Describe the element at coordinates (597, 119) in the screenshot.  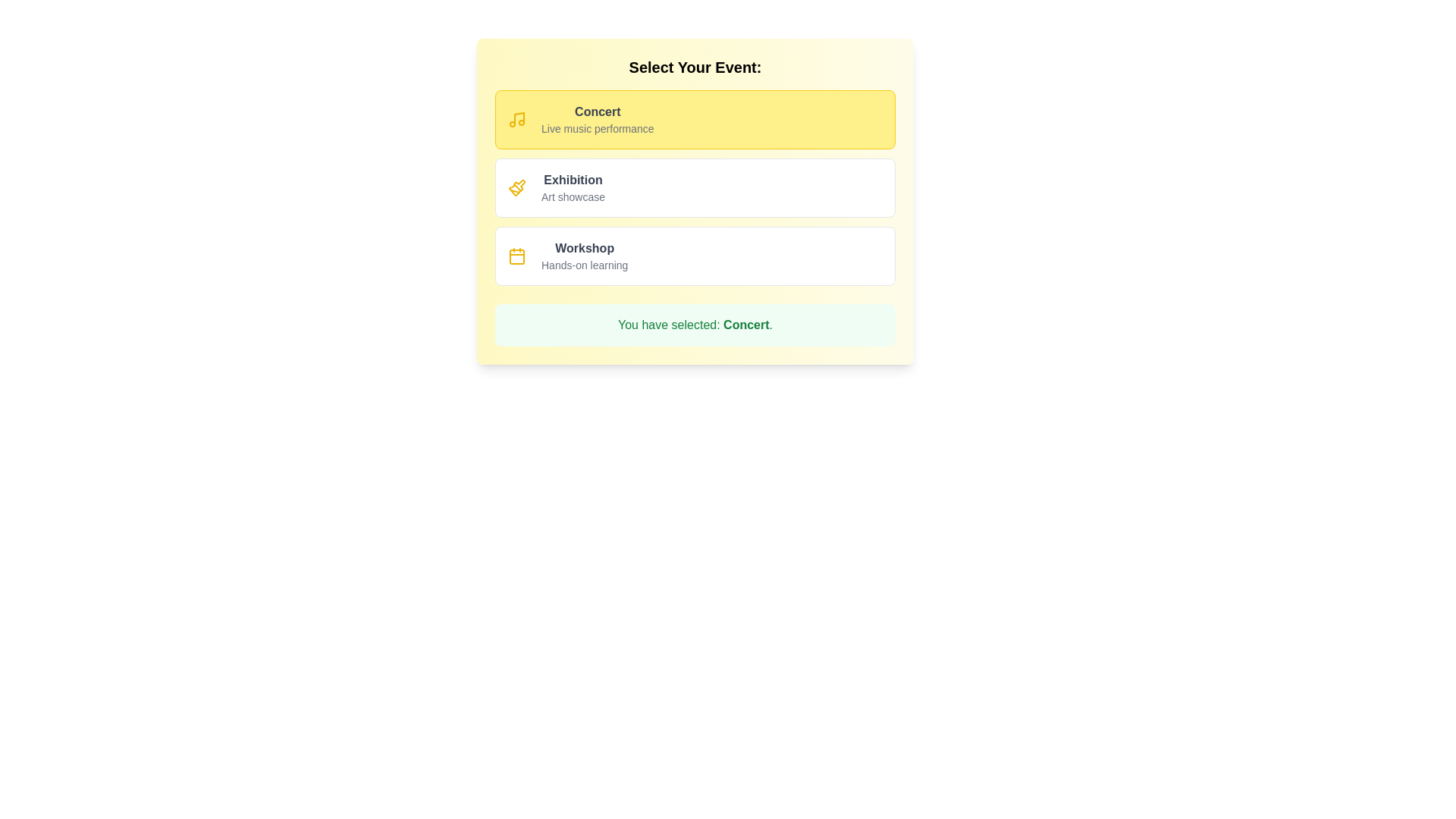
I see `the Text Label that provides information about the 'Concert' event, located in the yellow-highlighted card at the top of a list of selectable cards` at that location.